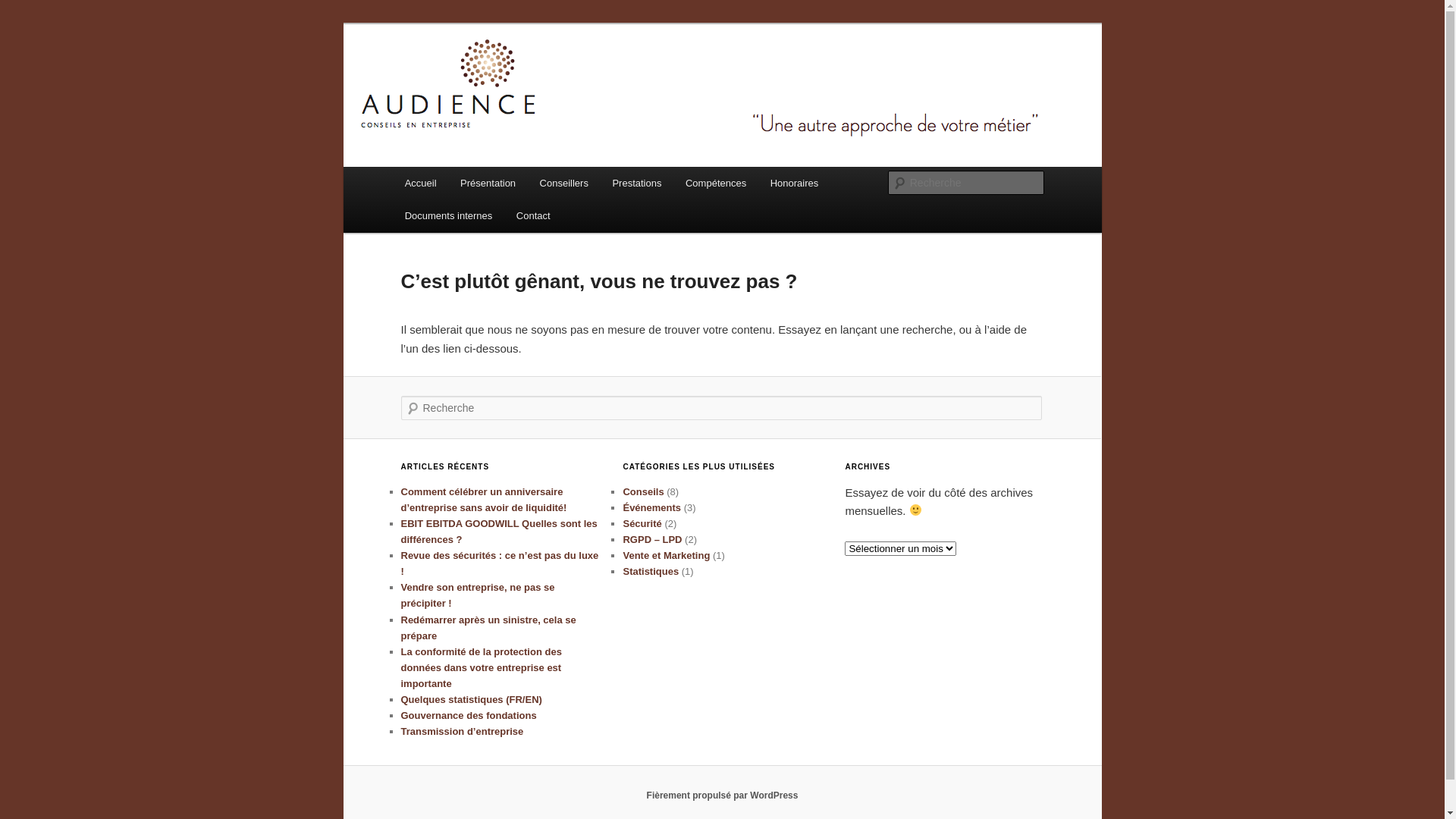  I want to click on 'Contact', so click(532, 215).